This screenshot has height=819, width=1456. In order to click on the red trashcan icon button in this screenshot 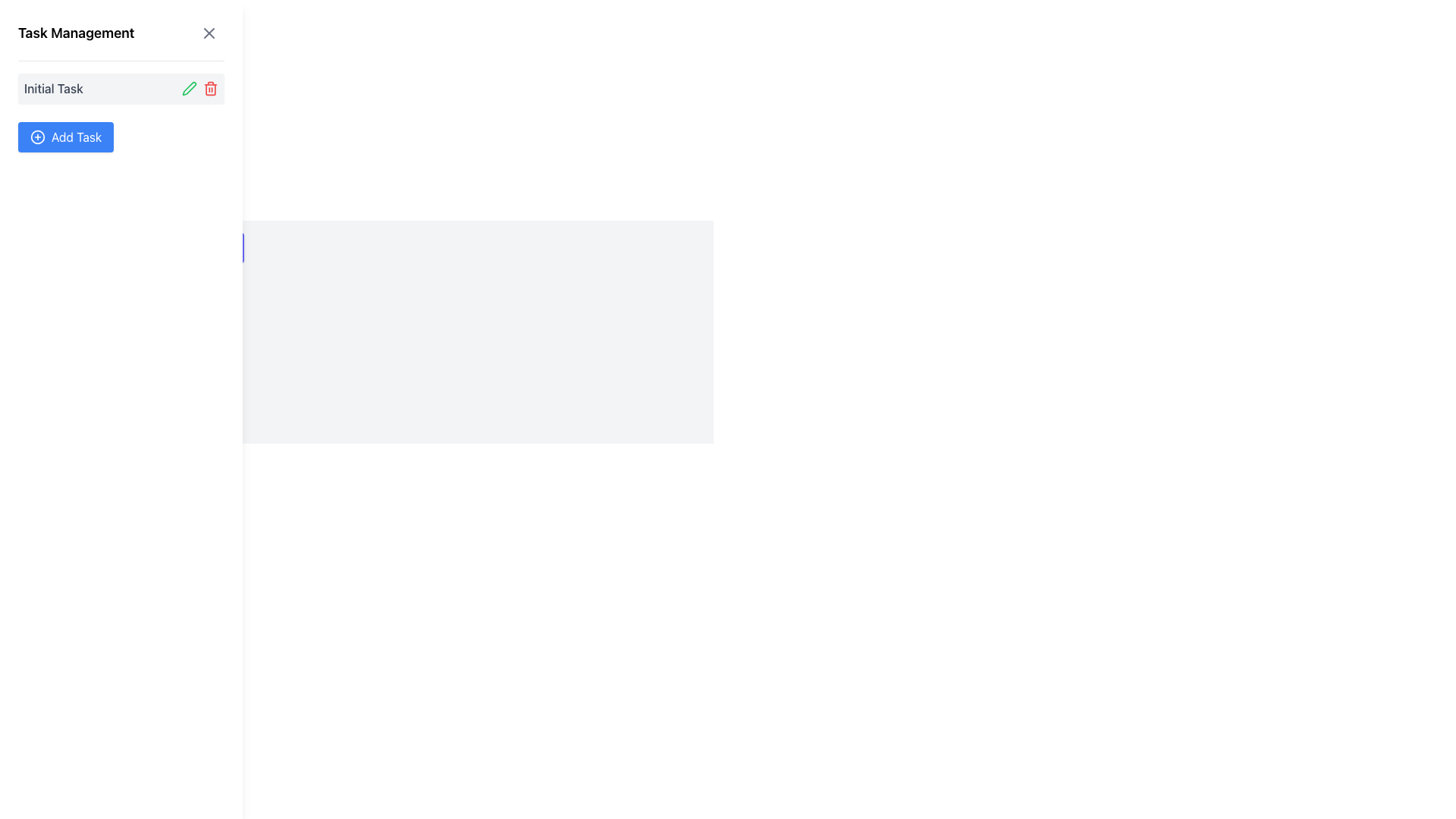, I will do `click(210, 88)`.